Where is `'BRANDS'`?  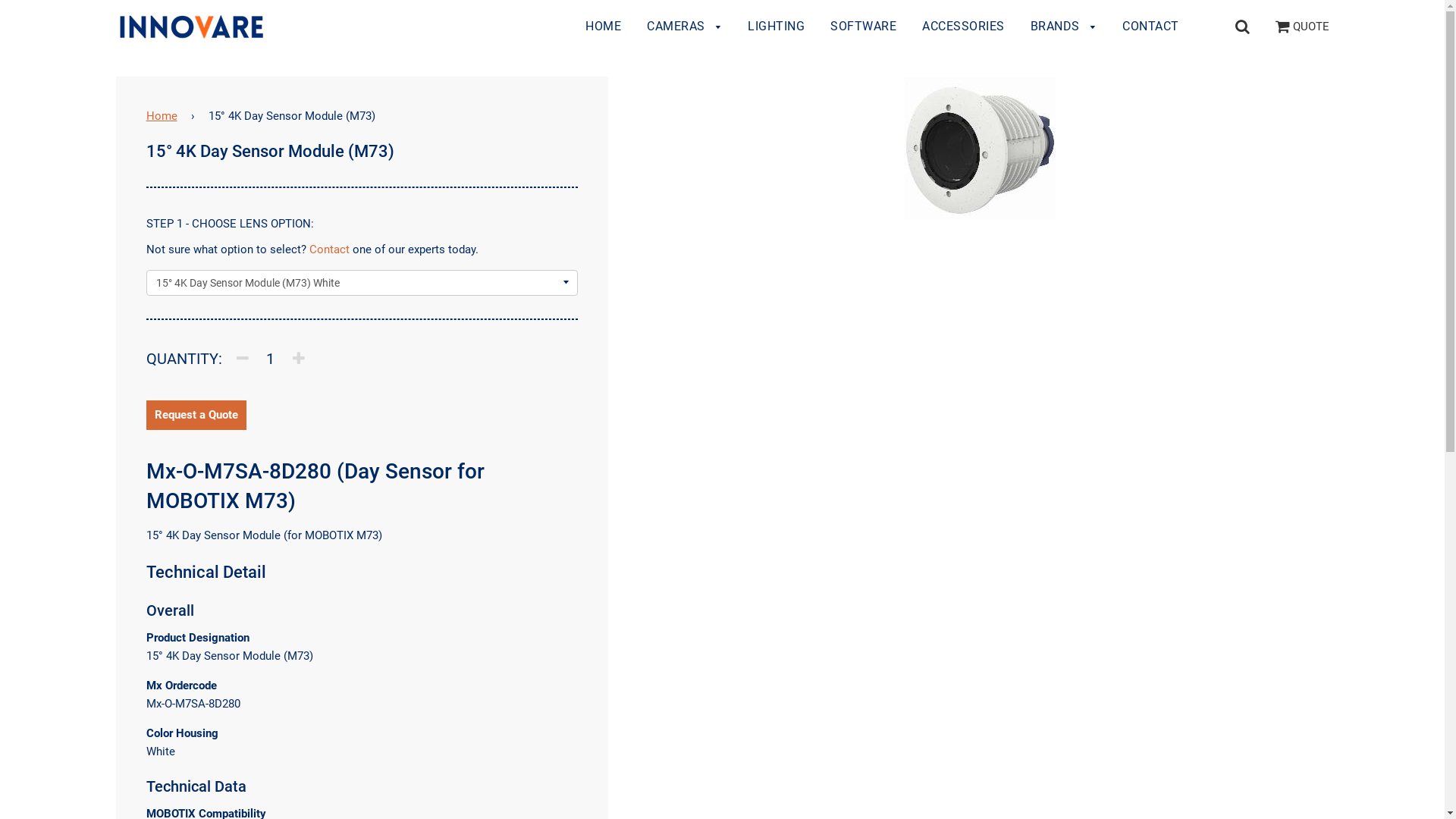 'BRANDS' is located at coordinates (1019, 26).